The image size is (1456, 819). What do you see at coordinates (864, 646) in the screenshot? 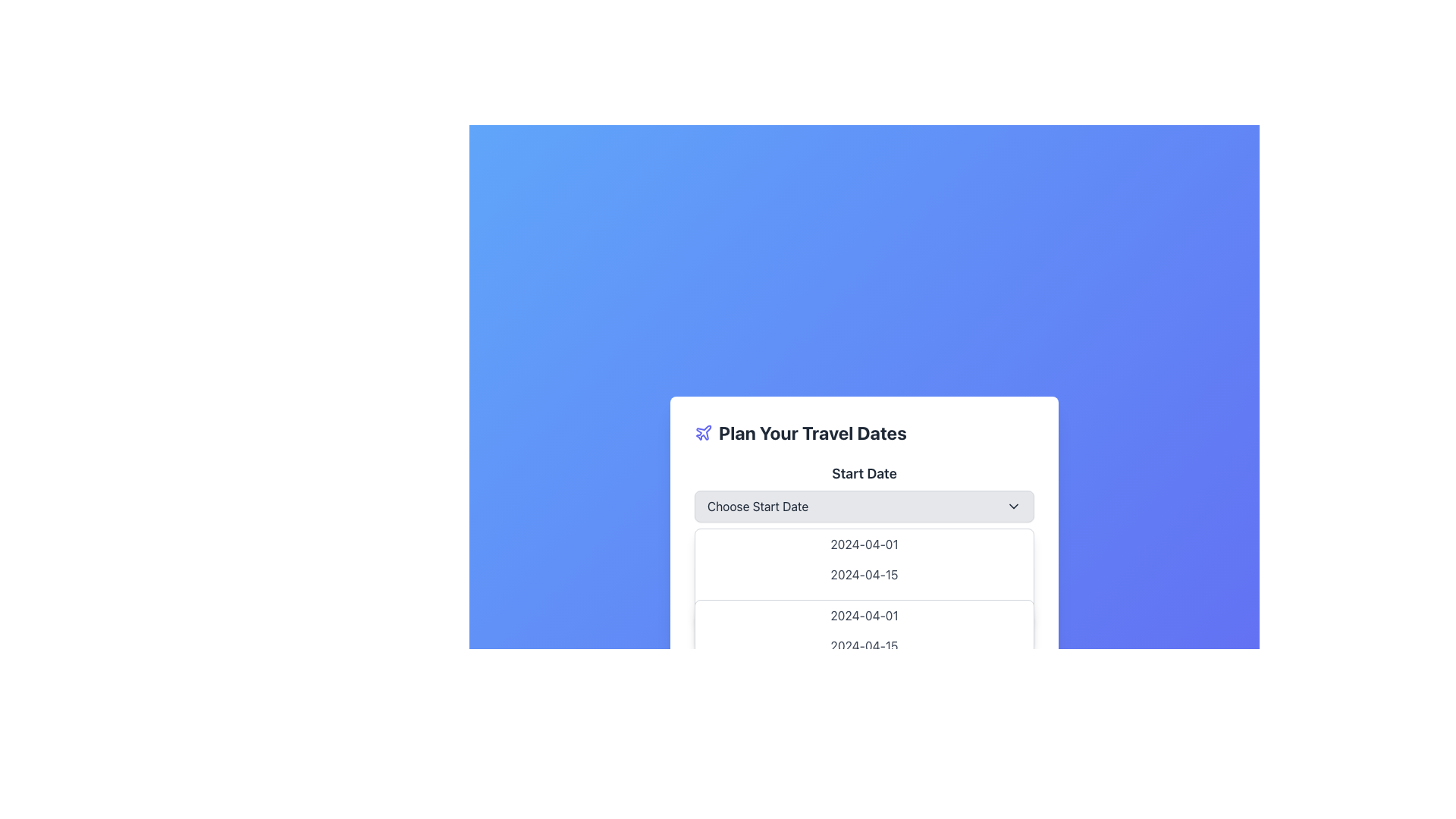
I see `the dropdown menu row` at bounding box center [864, 646].